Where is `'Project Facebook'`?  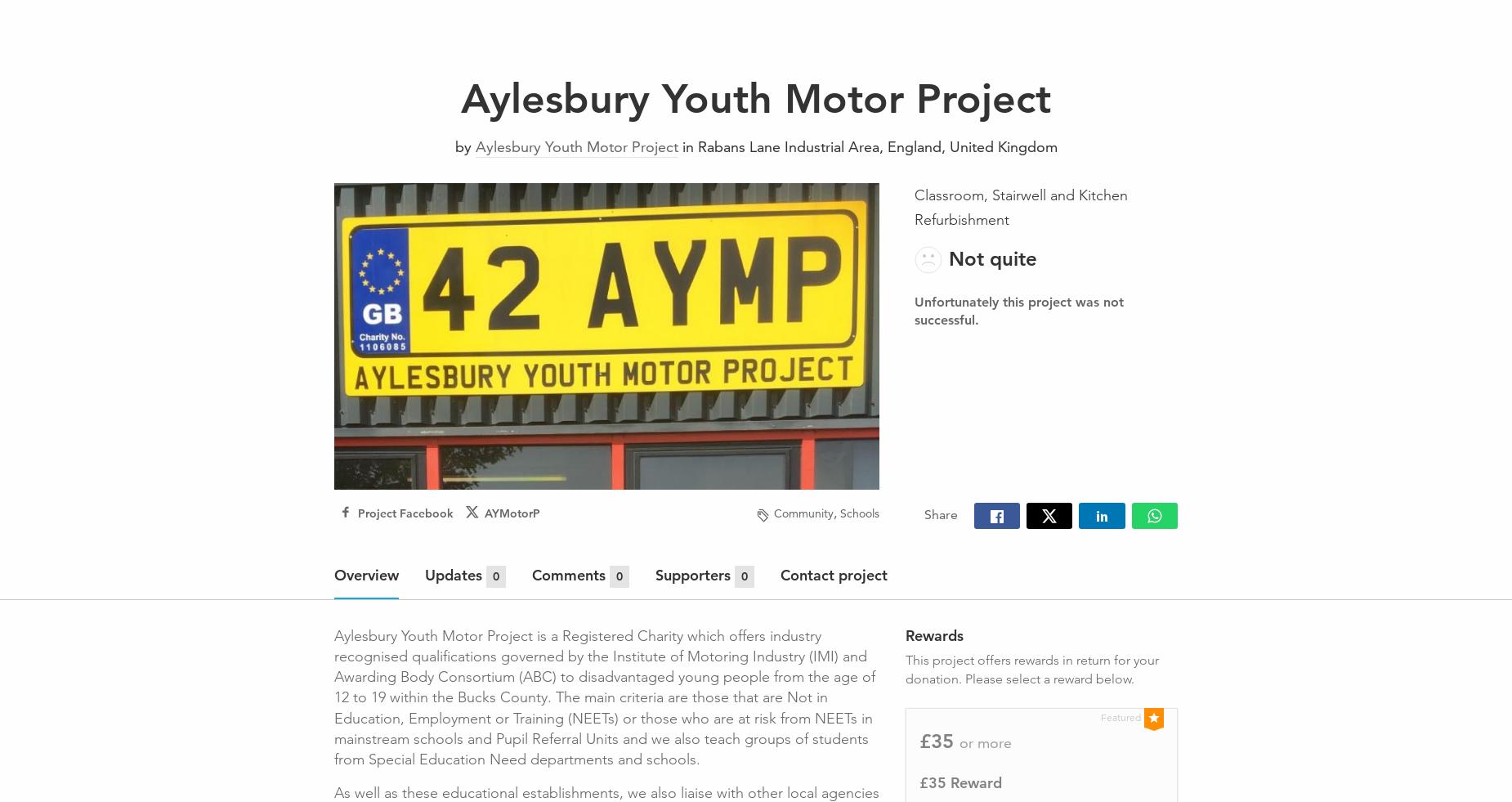
'Project Facebook' is located at coordinates (405, 512).